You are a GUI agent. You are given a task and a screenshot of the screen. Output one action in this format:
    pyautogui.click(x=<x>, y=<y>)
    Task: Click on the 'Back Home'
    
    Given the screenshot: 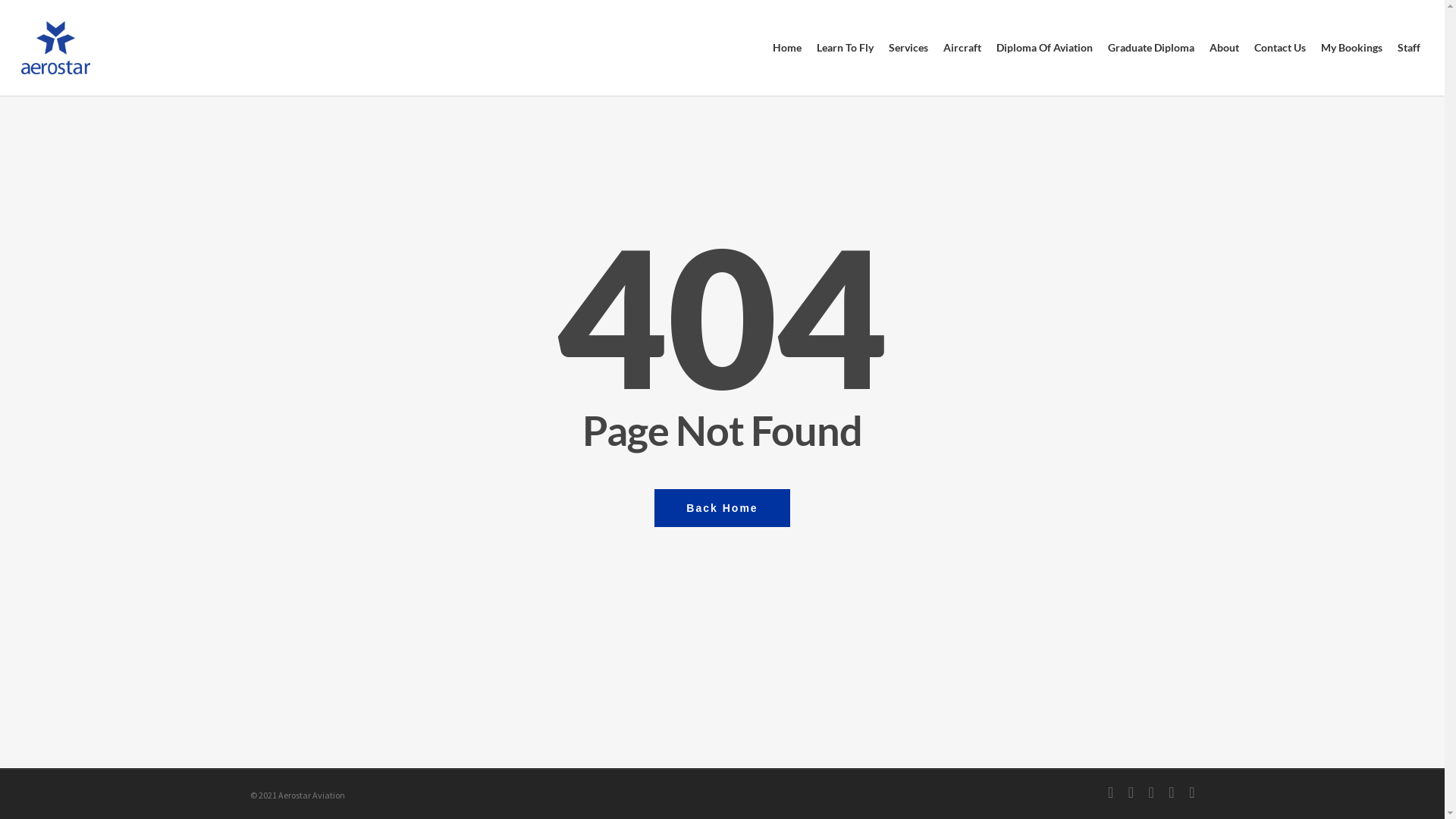 What is the action you would take?
    pyautogui.click(x=720, y=507)
    